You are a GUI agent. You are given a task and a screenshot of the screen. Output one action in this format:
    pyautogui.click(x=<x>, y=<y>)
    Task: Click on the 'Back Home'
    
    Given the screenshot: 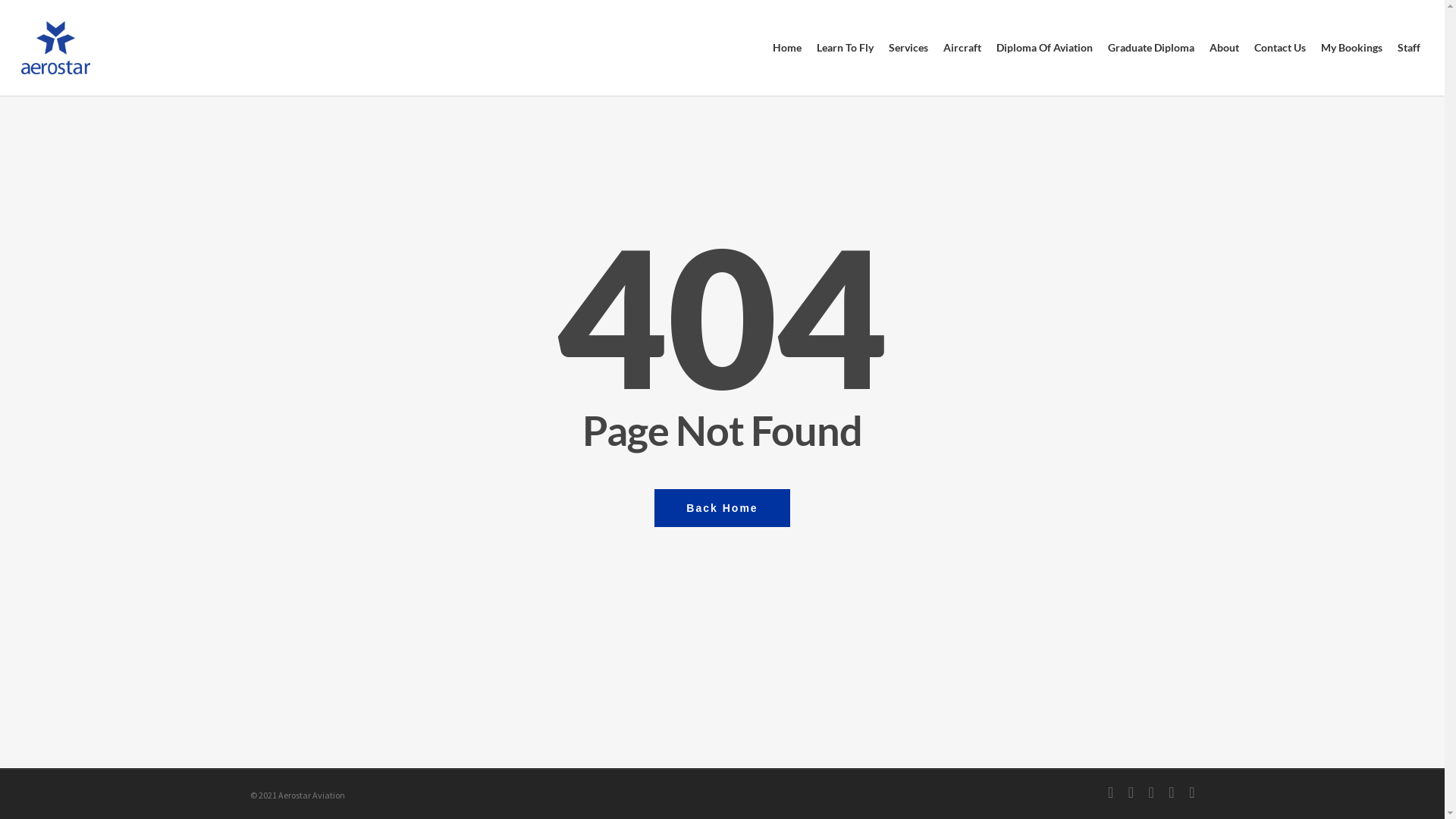 What is the action you would take?
    pyautogui.click(x=720, y=507)
    